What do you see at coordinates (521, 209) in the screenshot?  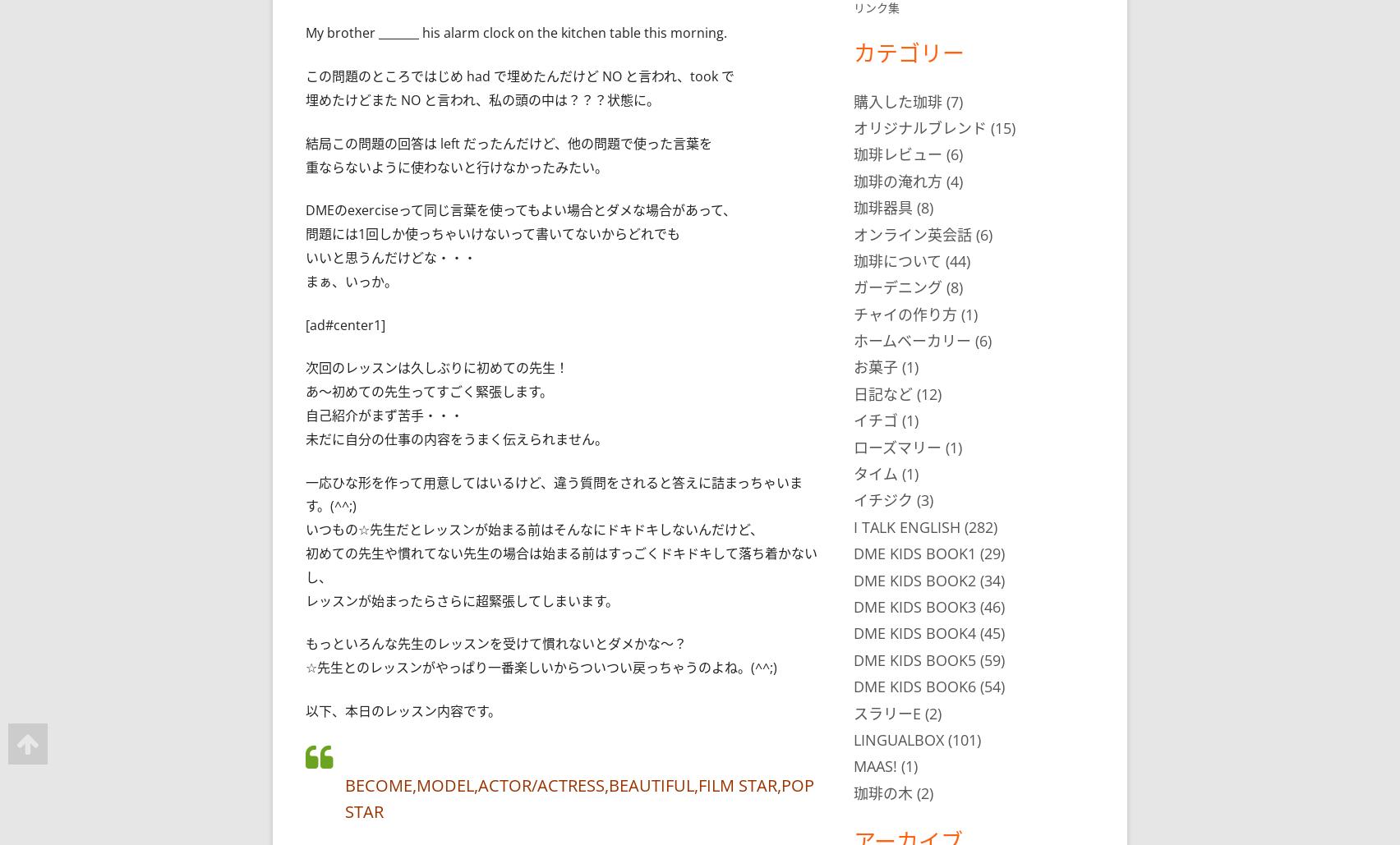 I see `'DMEのexerciseって同じ言葉を使ってもよい場合とダメな場合があって、'` at bounding box center [521, 209].